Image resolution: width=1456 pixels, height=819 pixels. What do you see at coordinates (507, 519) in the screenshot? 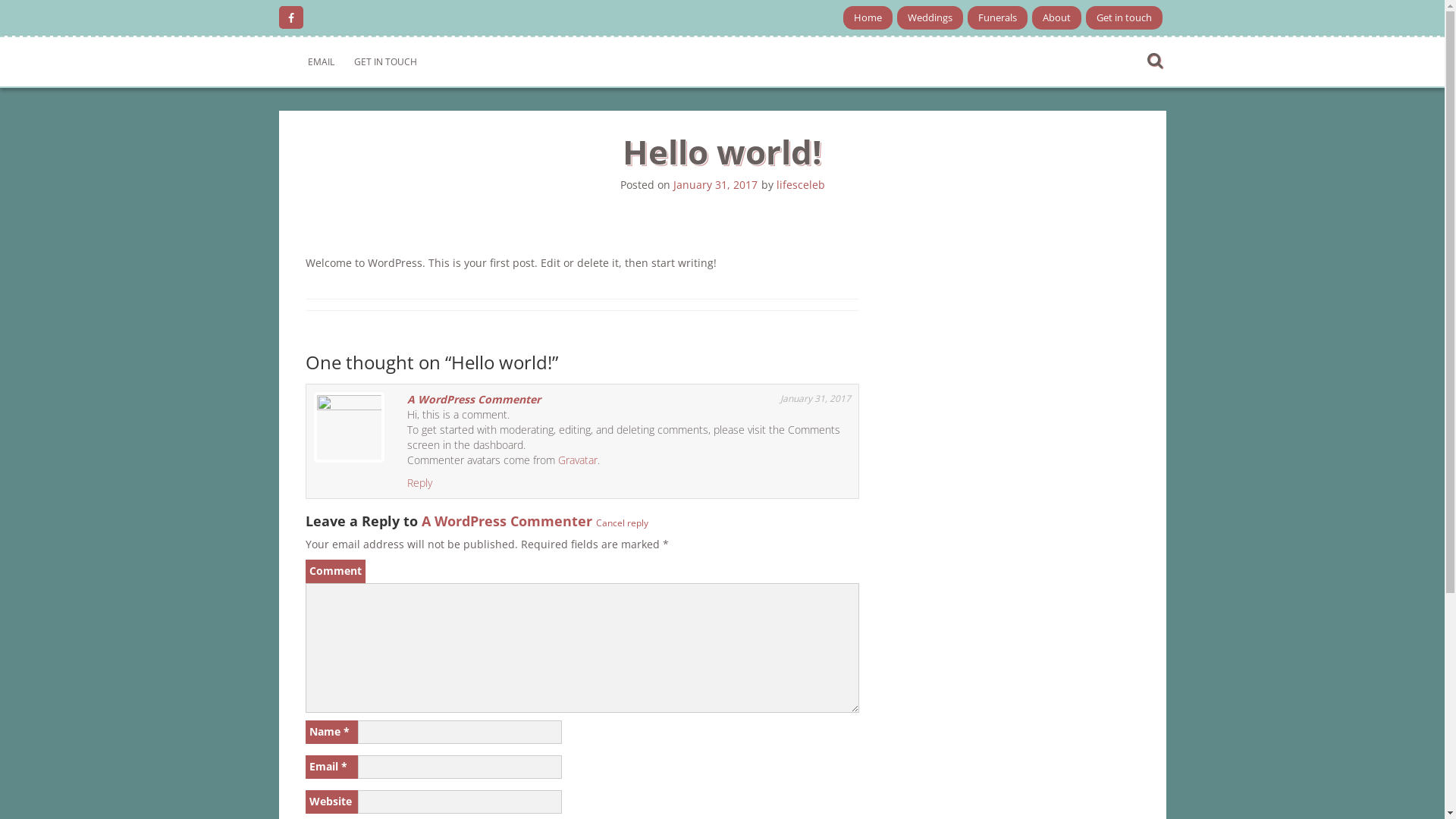
I see `'A WordPress Commenter'` at bounding box center [507, 519].